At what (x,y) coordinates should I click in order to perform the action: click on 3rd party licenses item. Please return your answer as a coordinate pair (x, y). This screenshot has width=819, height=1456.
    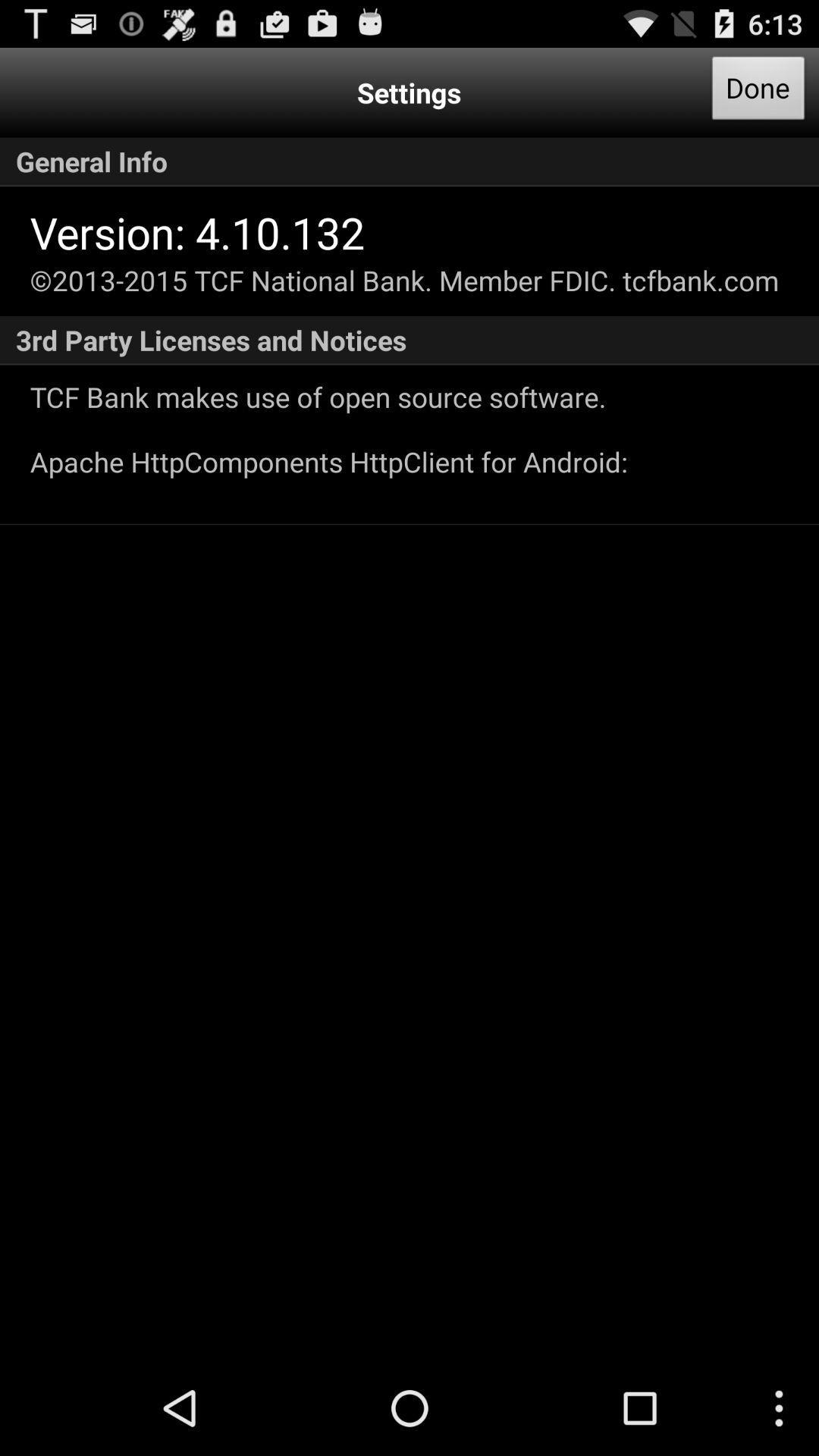
    Looking at the image, I should click on (409, 340).